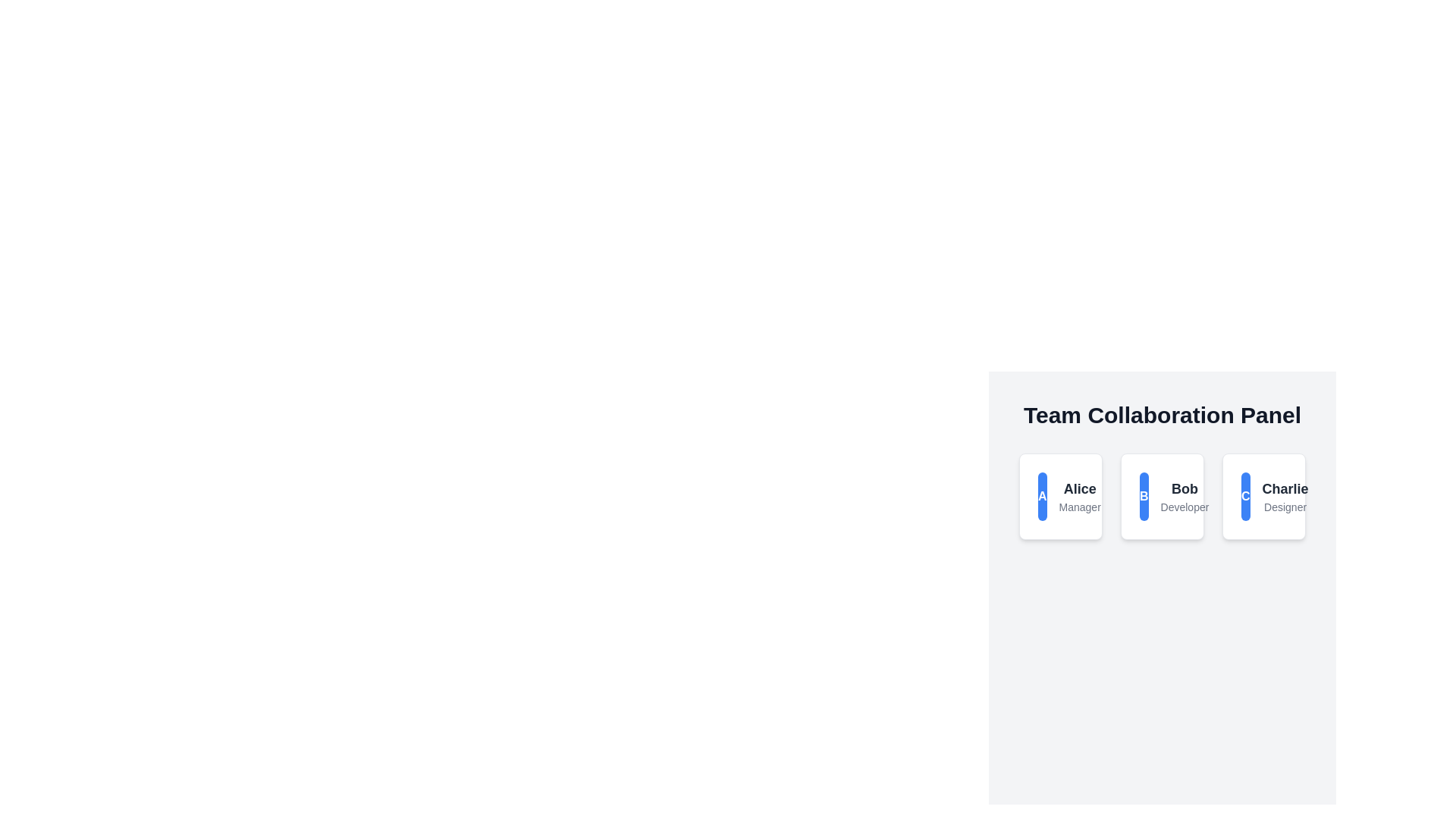  I want to click on on the user profile card for 'Bob' in the Team Collaboration Panel, so click(1161, 497).